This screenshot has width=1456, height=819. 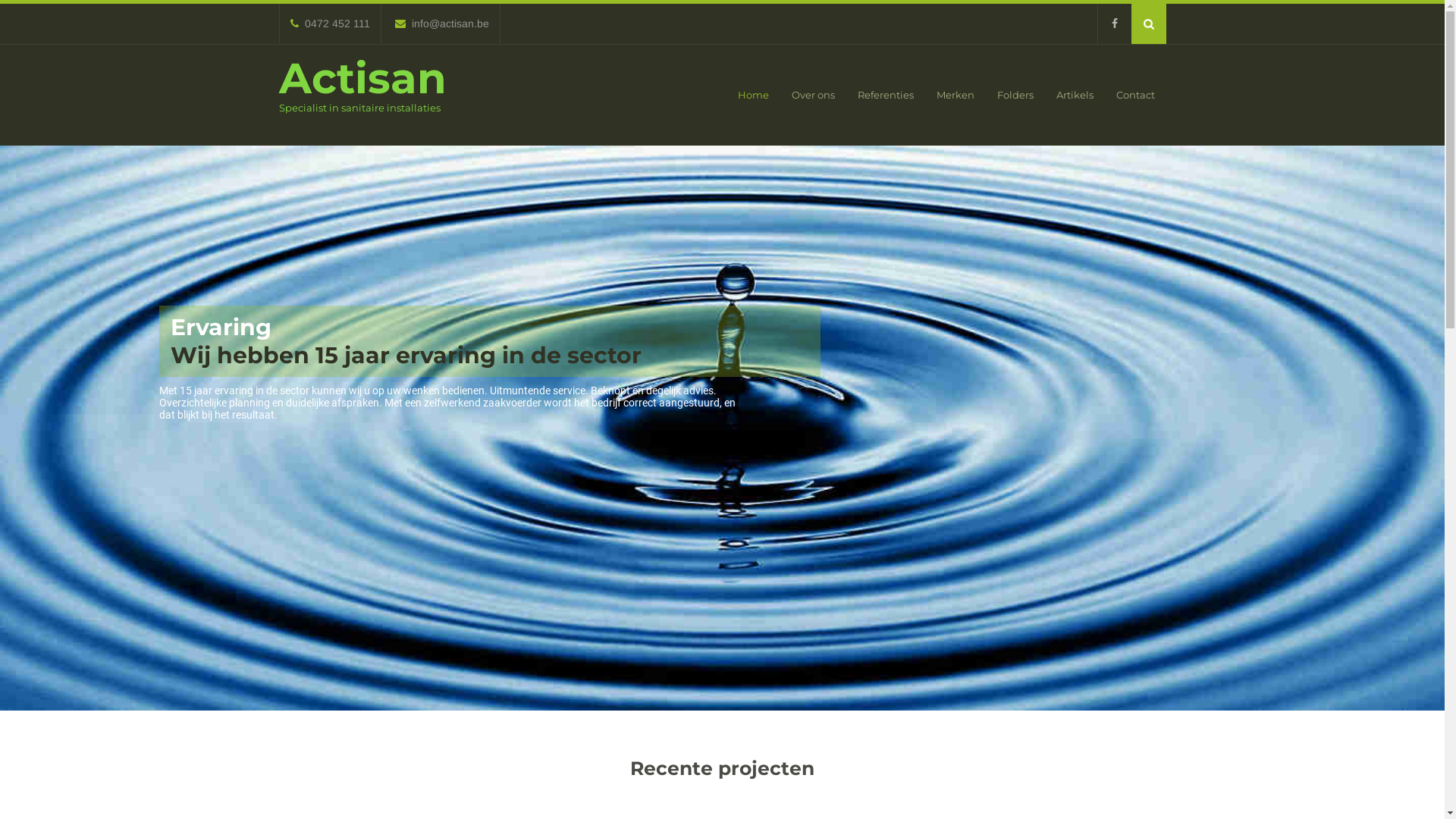 What do you see at coordinates (440, 23) in the screenshot?
I see `'info@actisan.be'` at bounding box center [440, 23].